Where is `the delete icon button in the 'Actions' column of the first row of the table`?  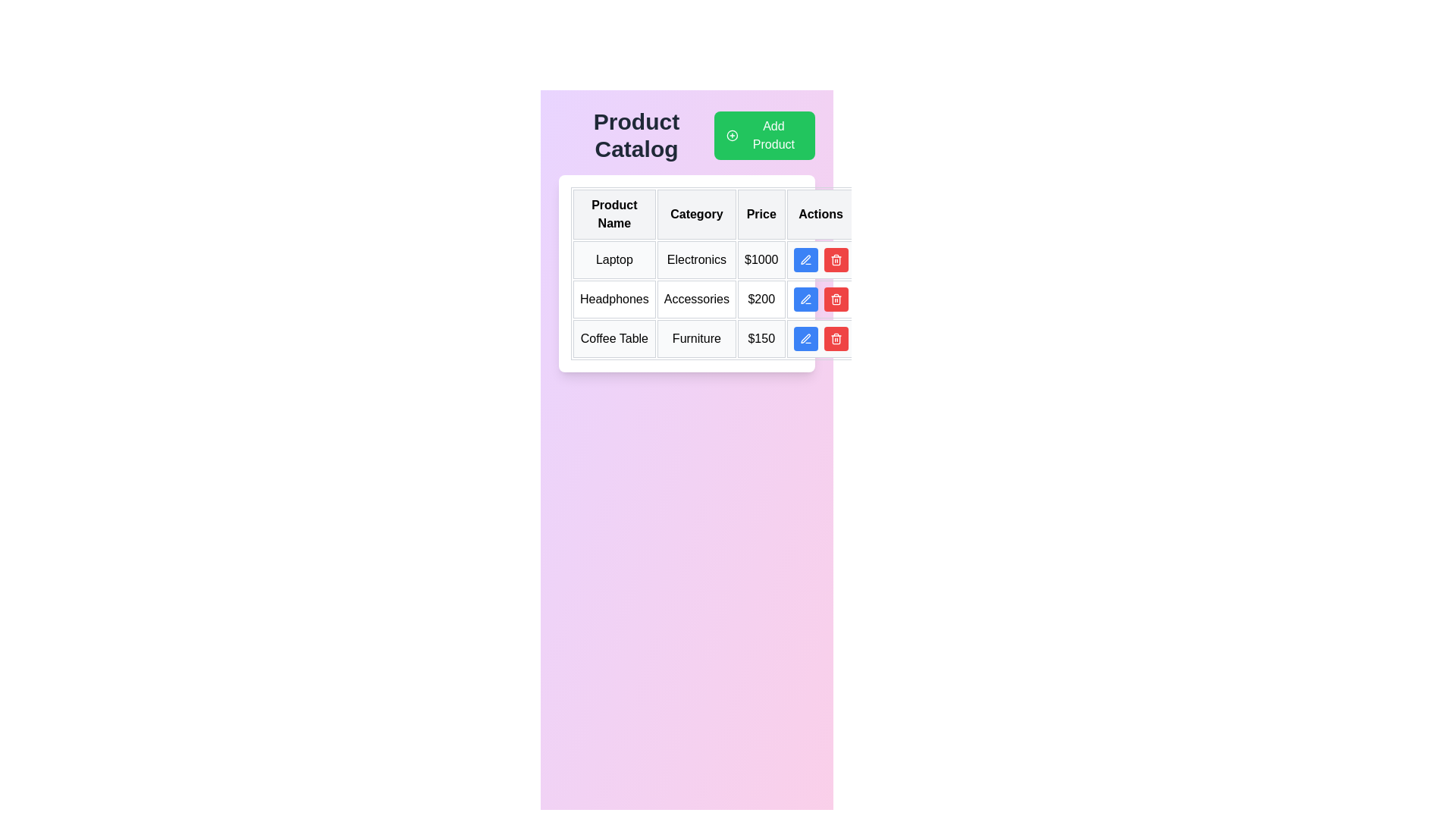 the delete icon button in the 'Actions' column of the first row of the table is located at coordinates (835, 259).